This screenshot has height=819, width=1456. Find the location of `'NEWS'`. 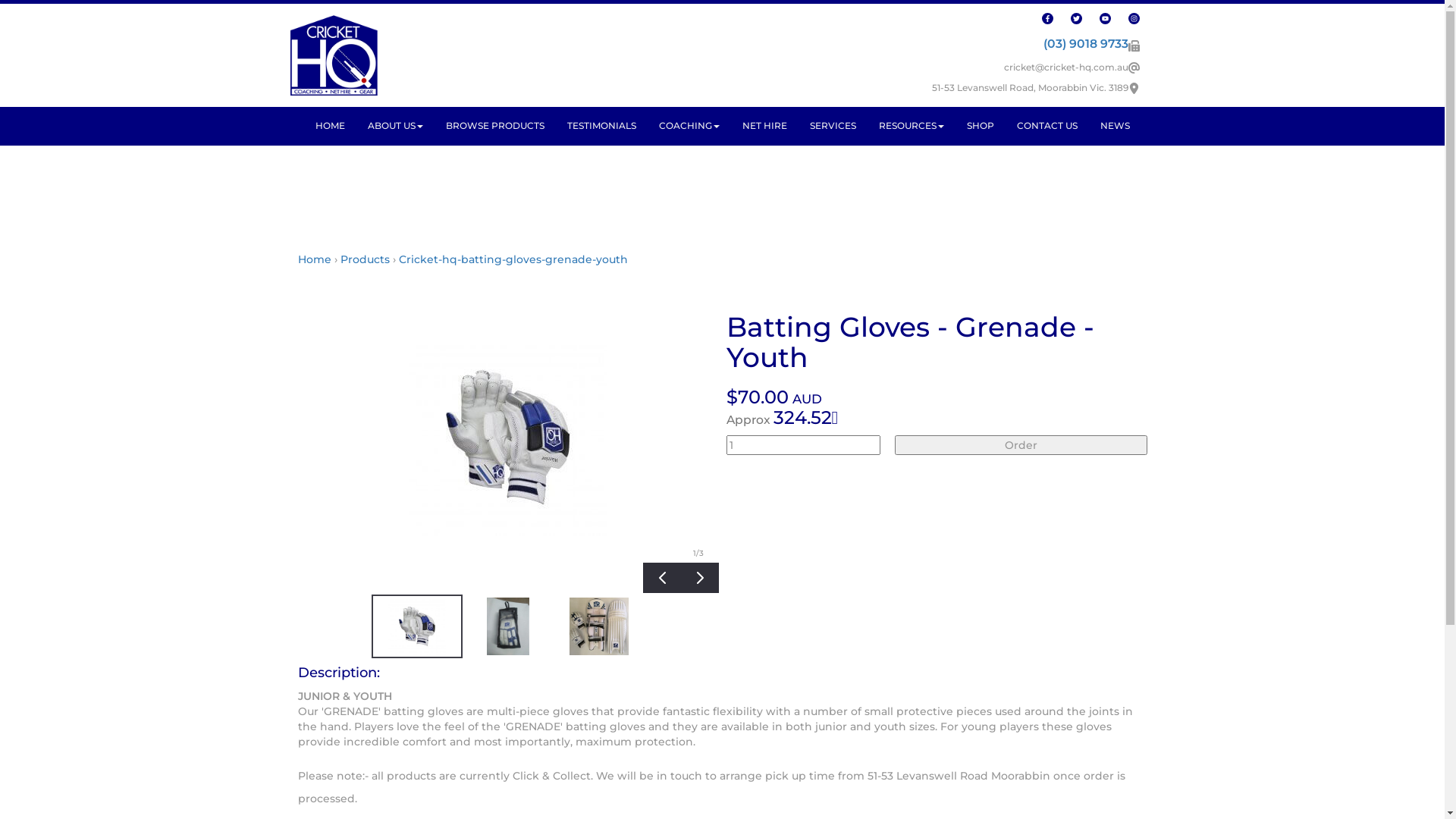

'NEWS' is located at coordinates (1115, 124).